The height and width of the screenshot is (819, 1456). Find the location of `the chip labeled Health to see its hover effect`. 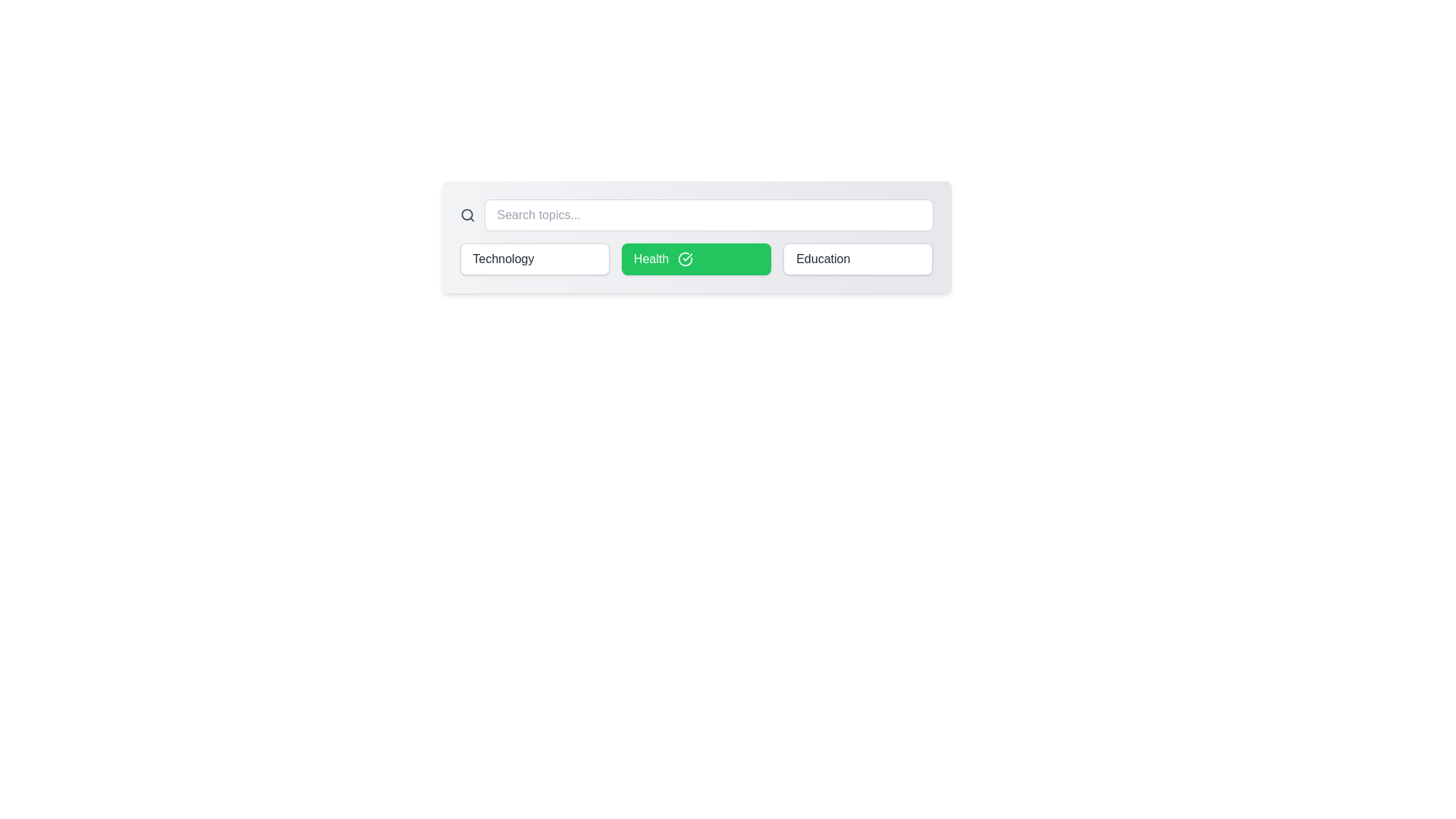

the chip labeled Health to see its hover effect is located at coordinates (695, 259).